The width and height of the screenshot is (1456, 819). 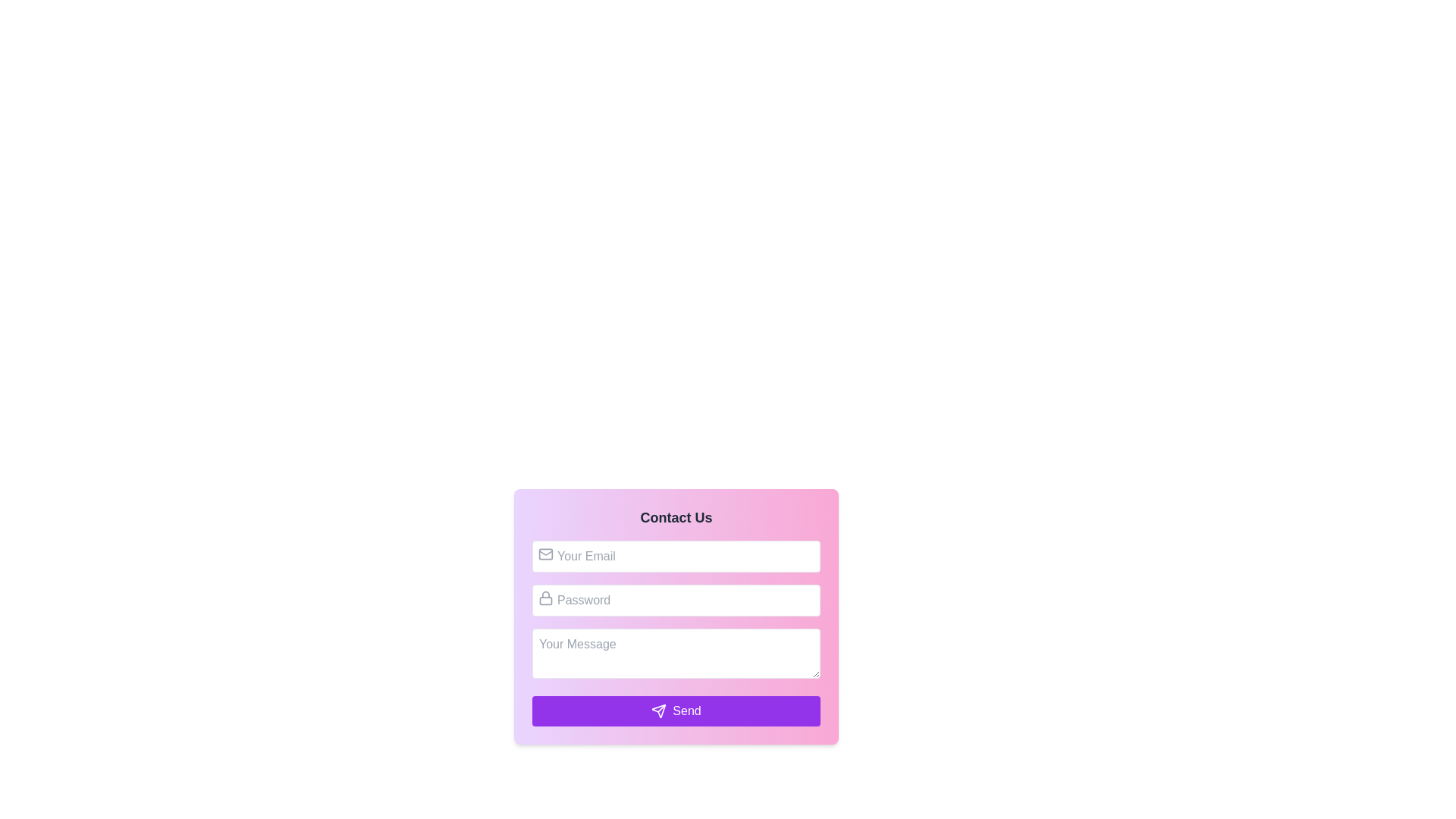 What do you see at coordinates (676, 617) in the screenshot?
I see `into the Password Input Field by clicking on it` at bounding box center [676, 617].